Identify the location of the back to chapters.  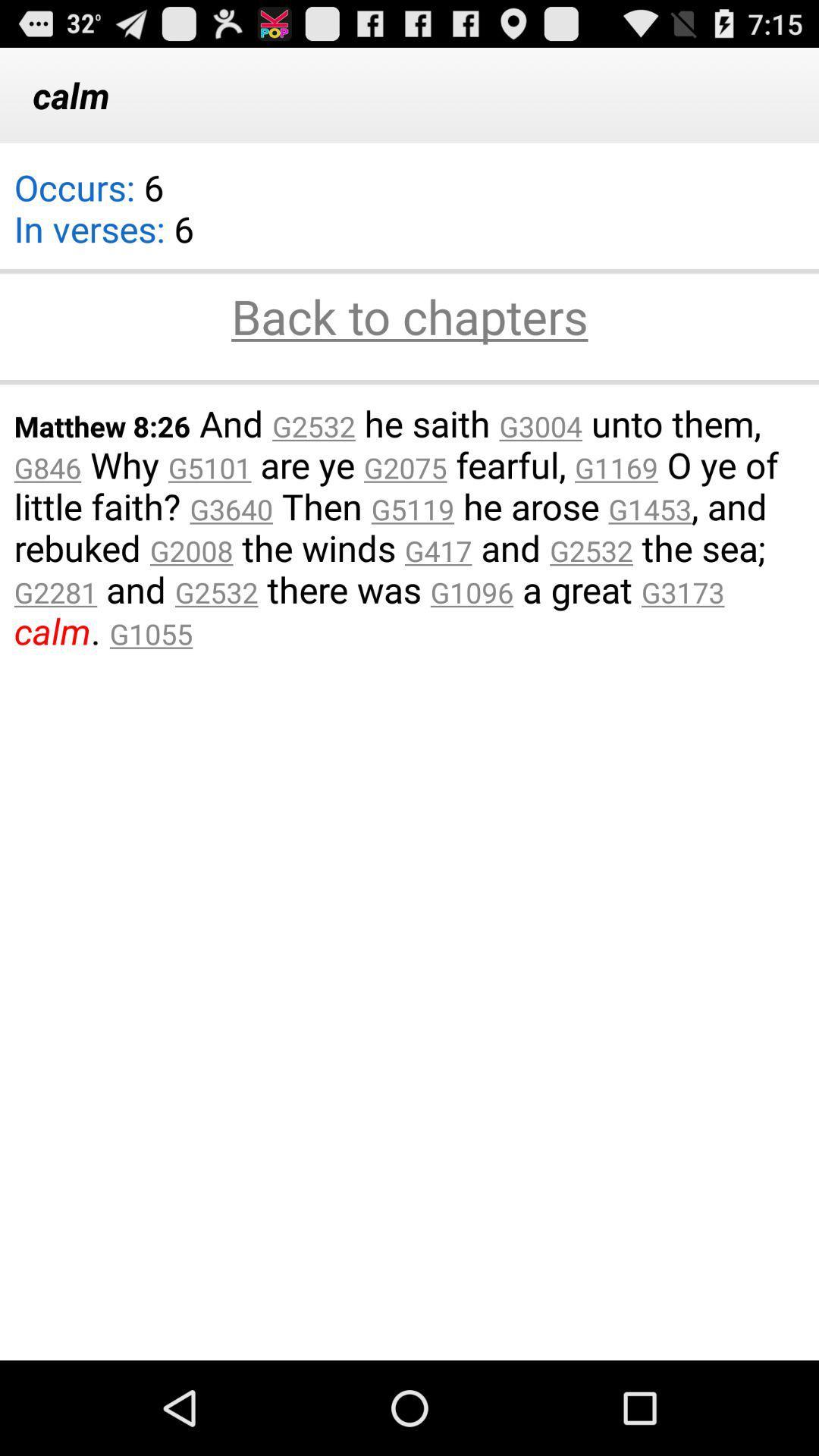
(409, 318).